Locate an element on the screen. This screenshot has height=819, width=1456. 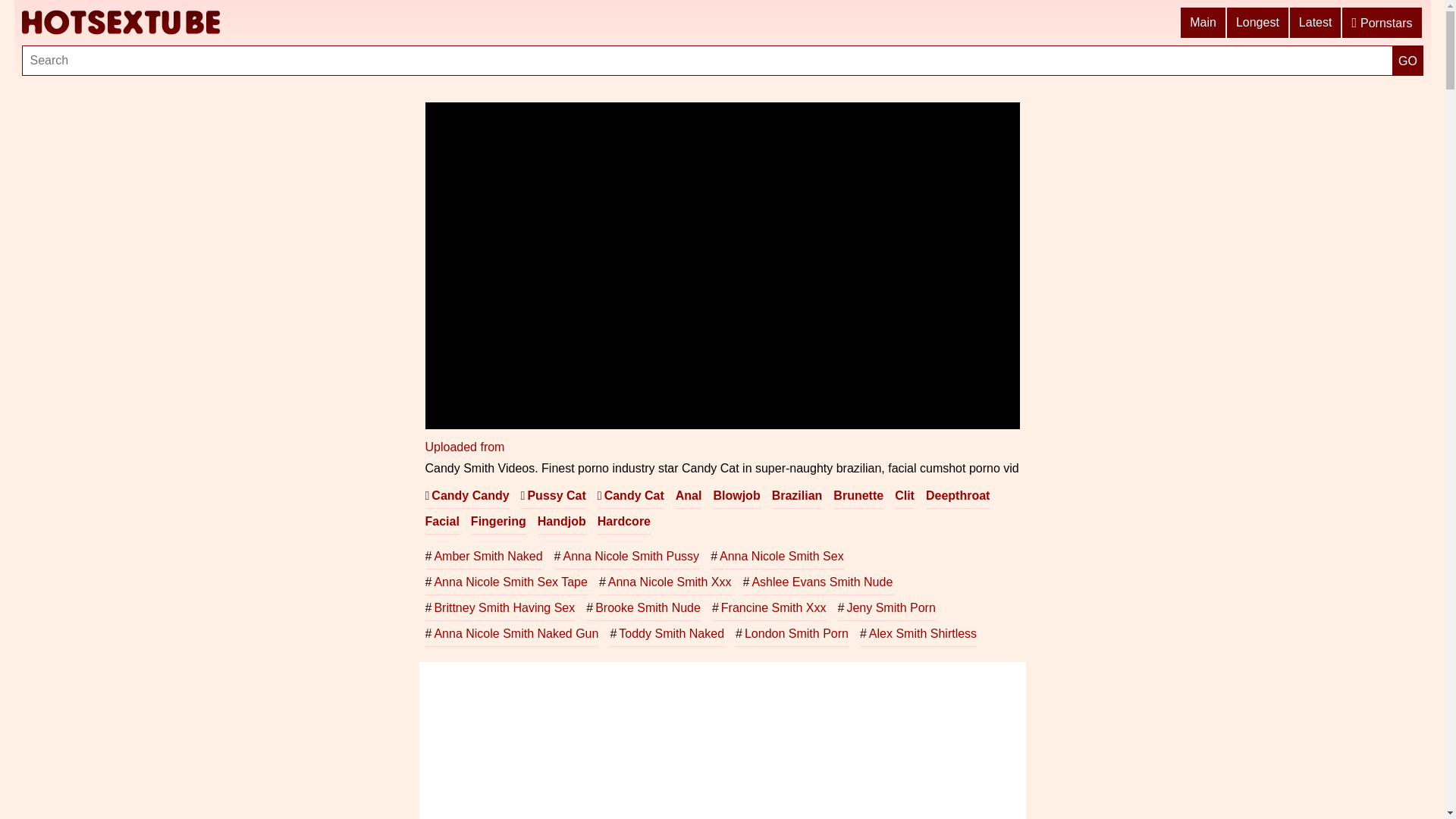
'Brooke Smith Nude' is located at coordinates (585, 607).